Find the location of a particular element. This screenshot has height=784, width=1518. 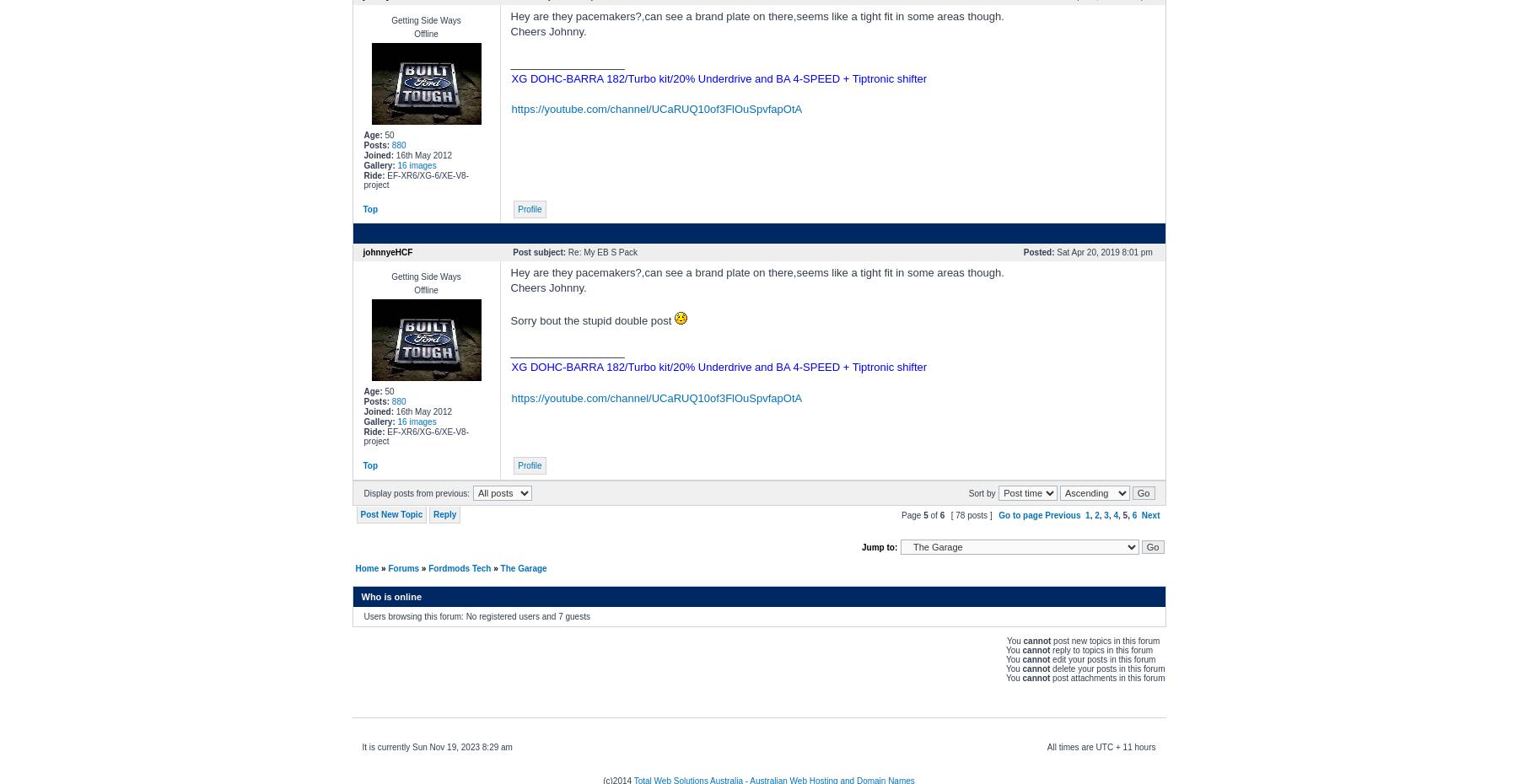

'of' is located at coordinates (934, 515).